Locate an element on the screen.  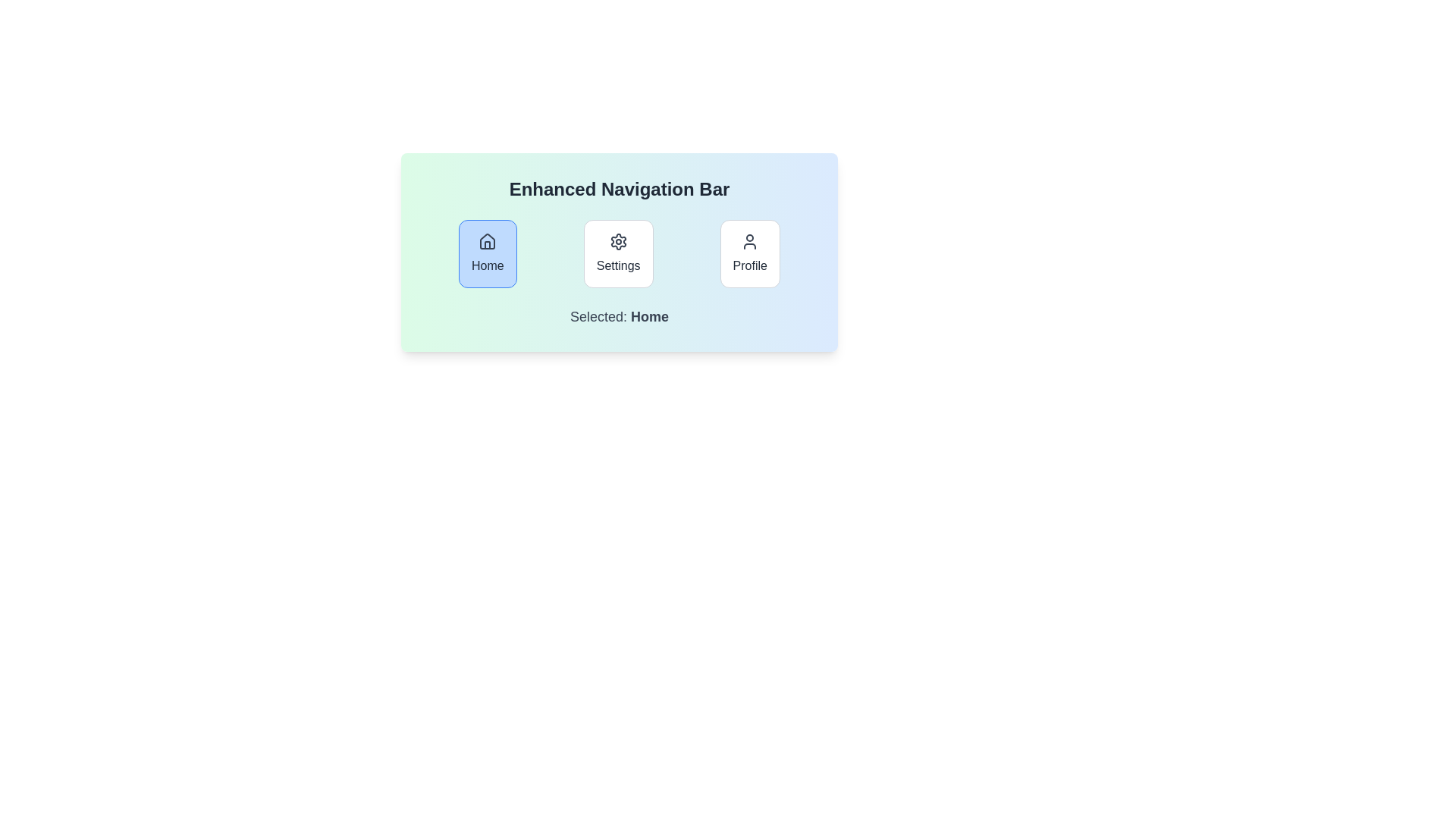
the Icon button located in the center of the interface, between the 'Home' and 'Profile' buttons is located at coordinates (618, 241).